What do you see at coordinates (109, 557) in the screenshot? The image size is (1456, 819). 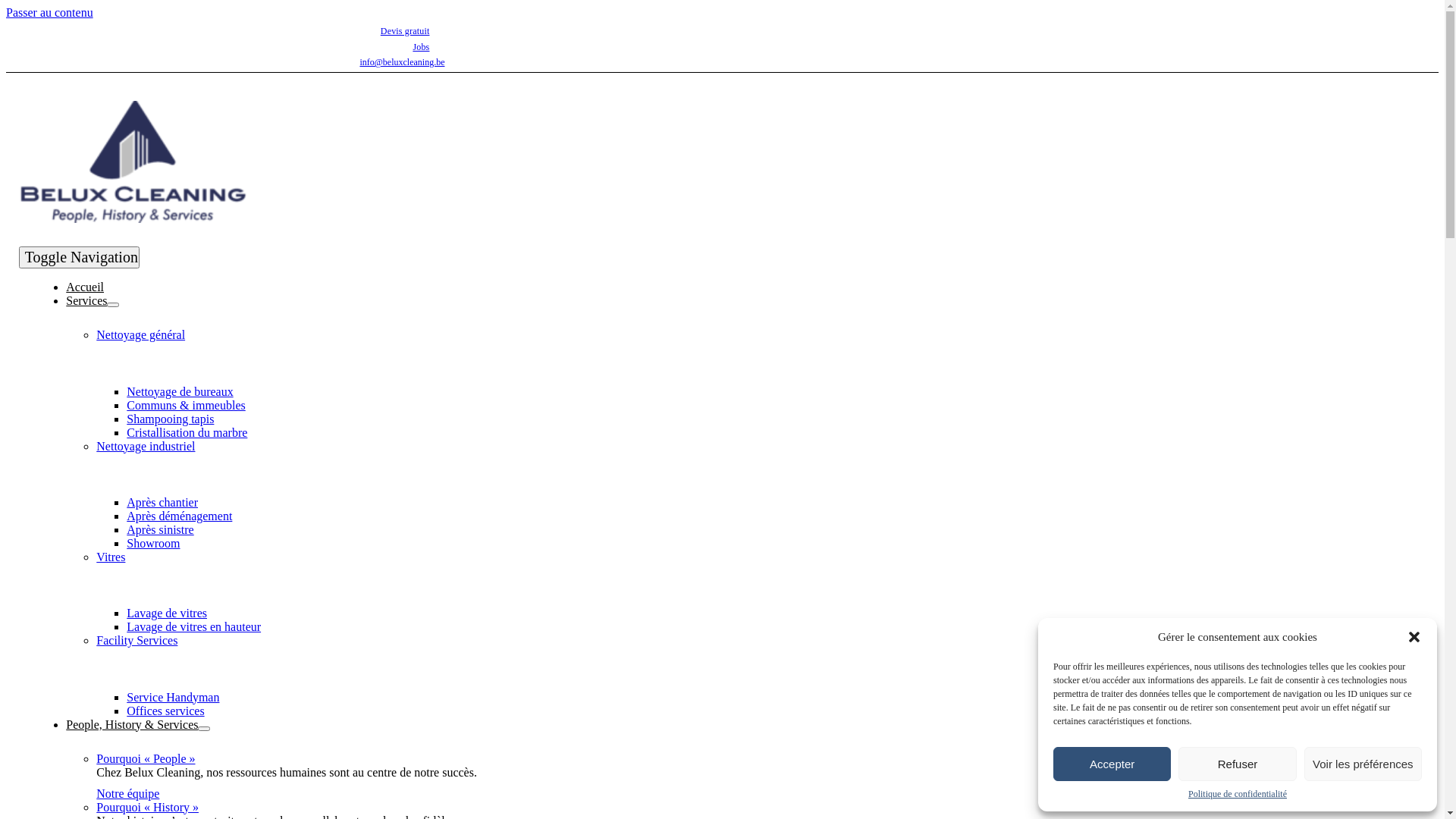 I see `'Vitres'` at bounding box center [109, 557].